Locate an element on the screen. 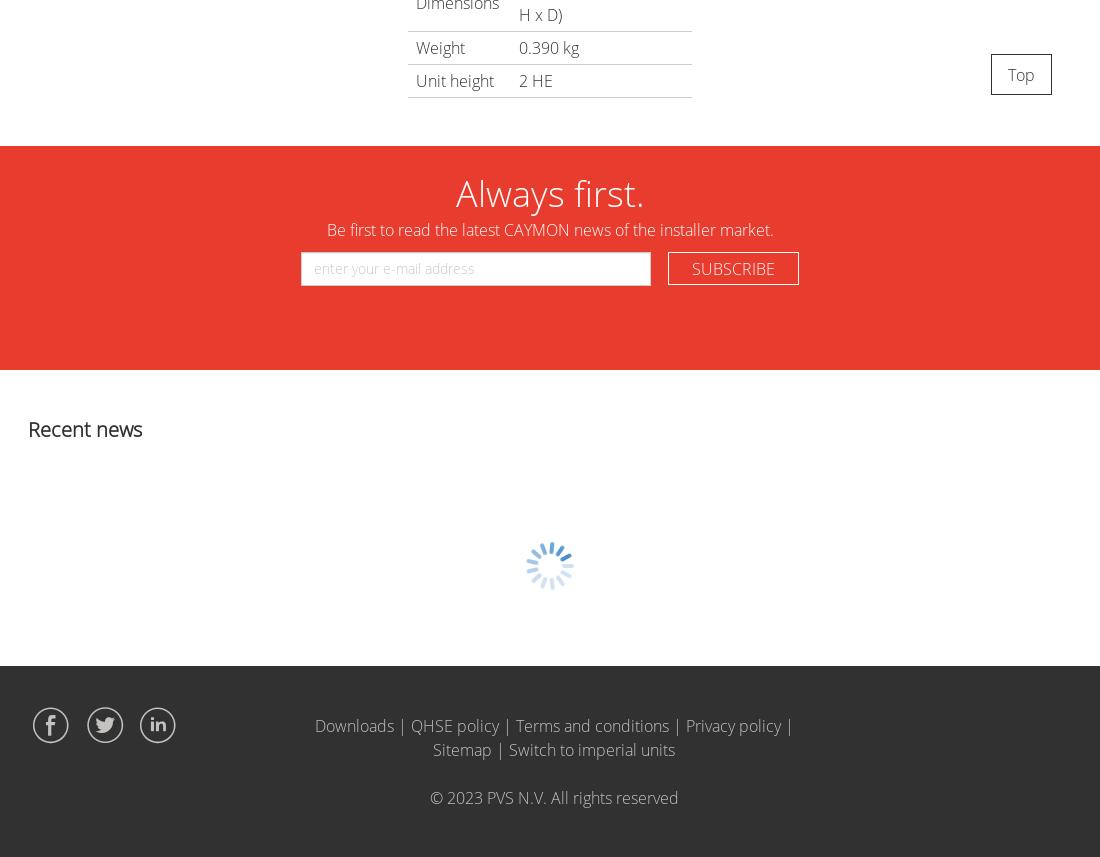  'Switch to imperial units' is located at coordinates (591, 748).